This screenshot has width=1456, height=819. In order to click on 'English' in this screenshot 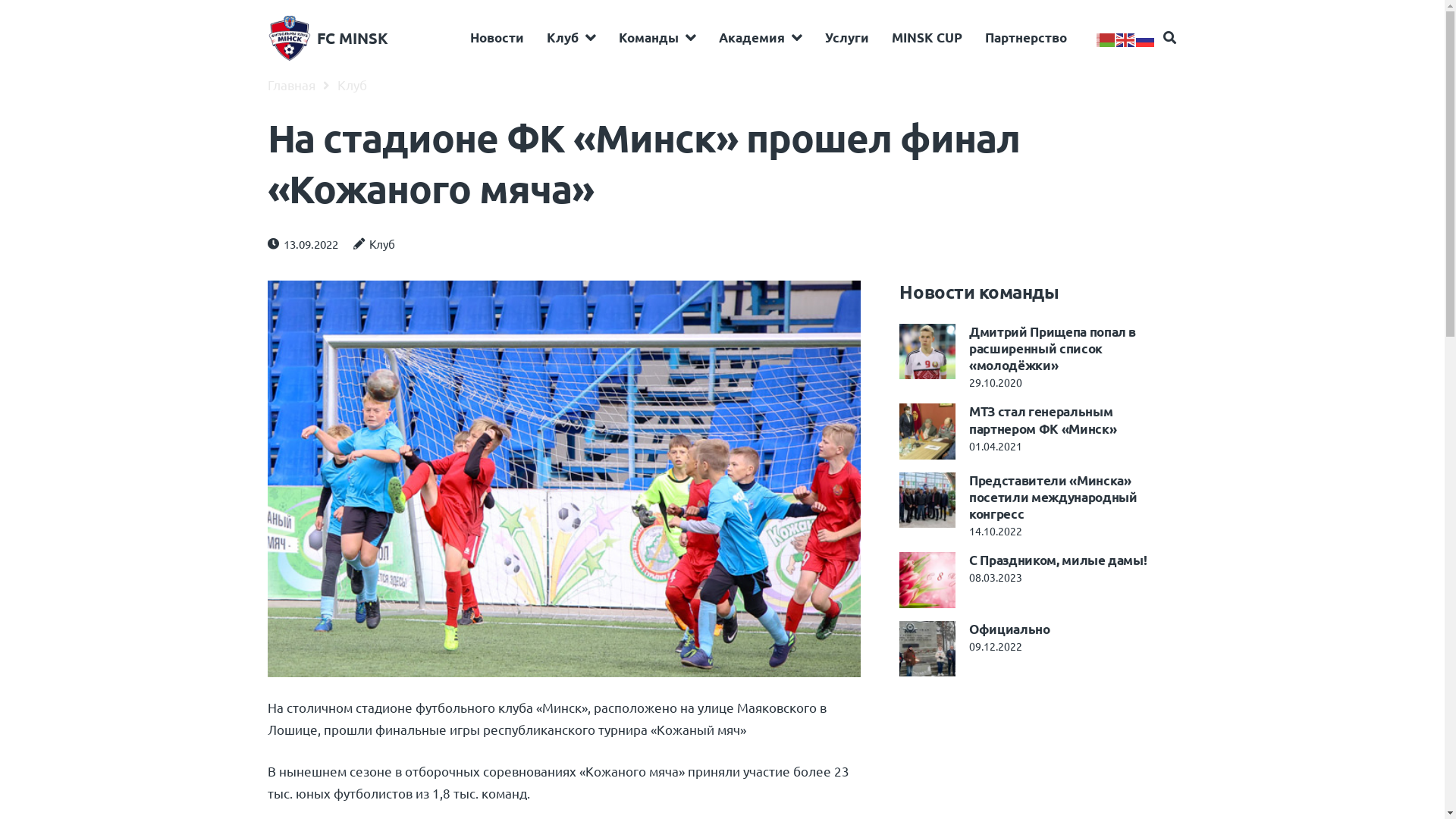, I will do `click(1116, 36)`.